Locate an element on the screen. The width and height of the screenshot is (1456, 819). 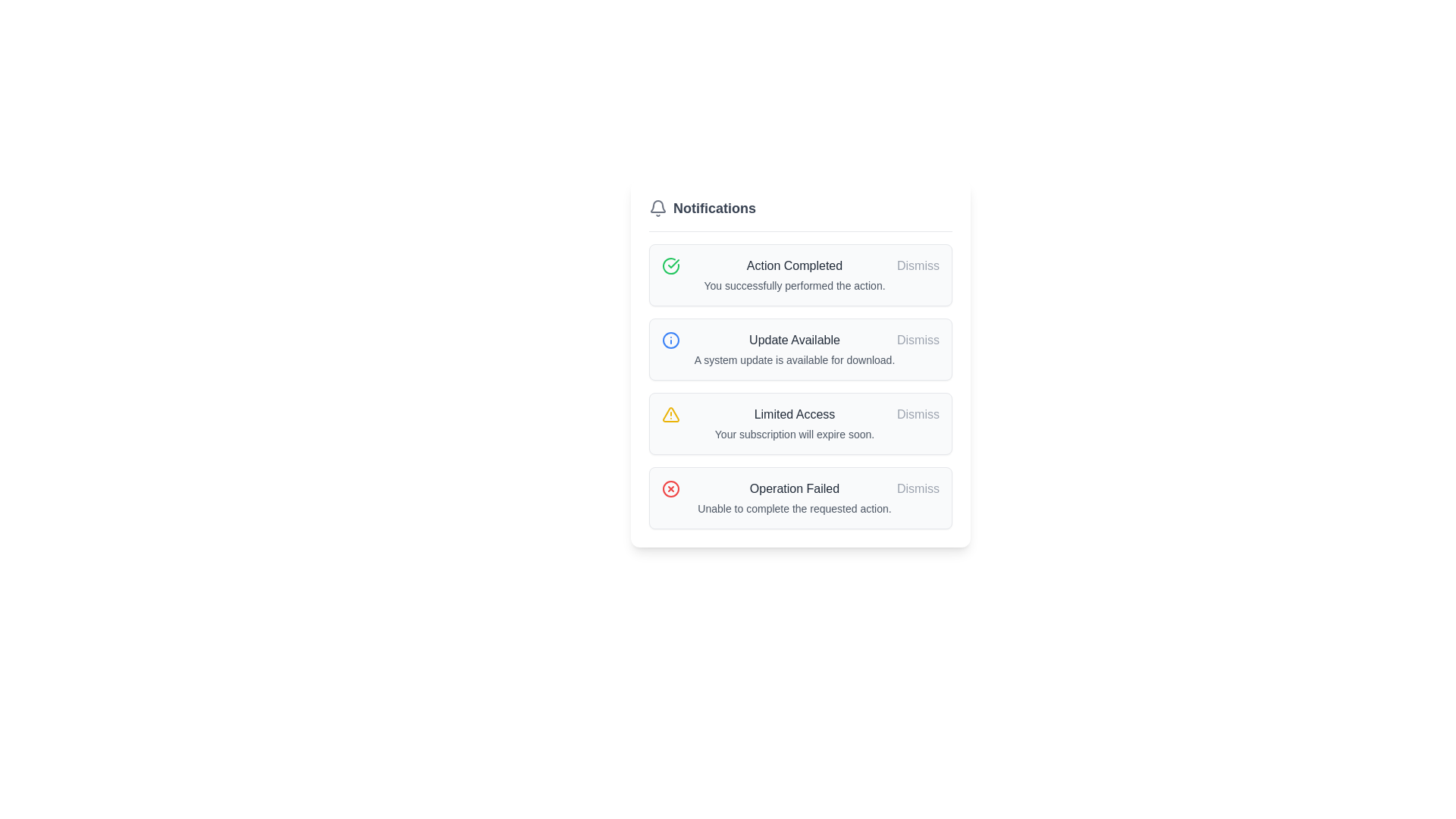
the error icon that indicates an 'Operation Failed' notification, located in the notification box on the bottom row, aligned to the left of the notification text is located at coordinates (670, 488).